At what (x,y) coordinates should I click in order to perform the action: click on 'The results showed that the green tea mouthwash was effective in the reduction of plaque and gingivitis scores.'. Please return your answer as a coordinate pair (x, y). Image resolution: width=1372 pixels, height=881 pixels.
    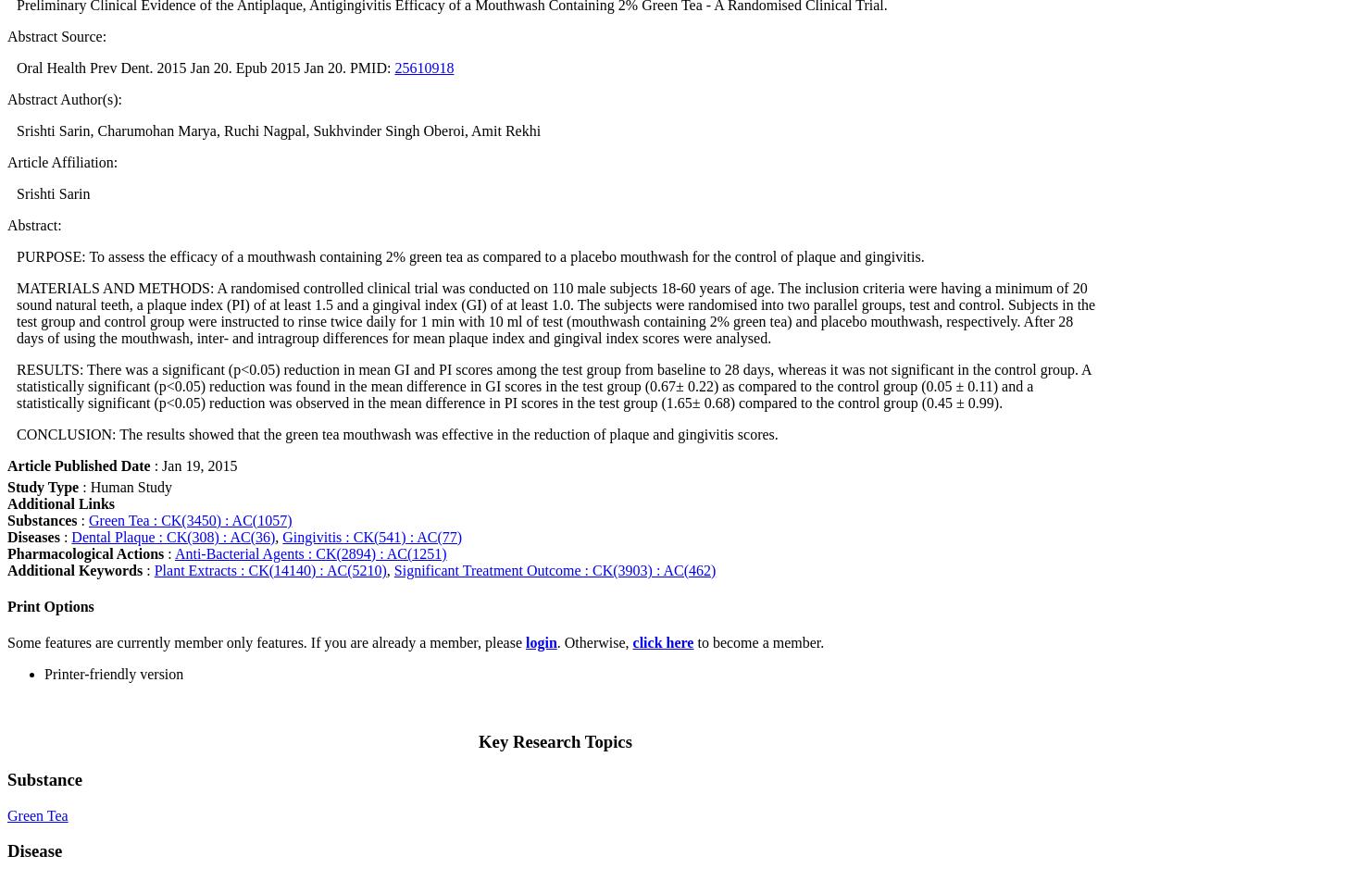
    Looking at the image, I should click on (447, 433).